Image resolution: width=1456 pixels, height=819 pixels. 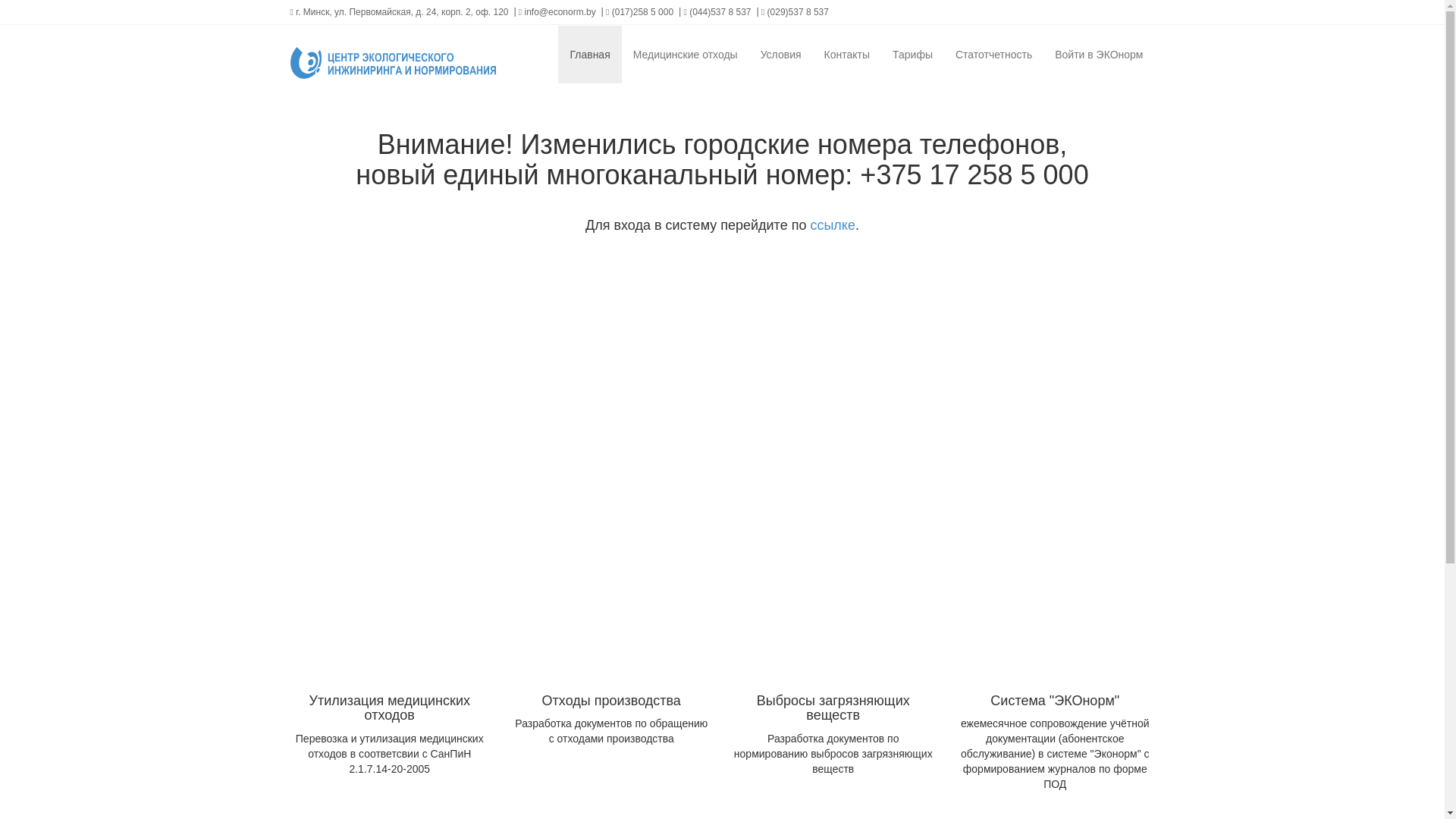 I want to click on 'info@econorm.by', so click(x=556, y=11).